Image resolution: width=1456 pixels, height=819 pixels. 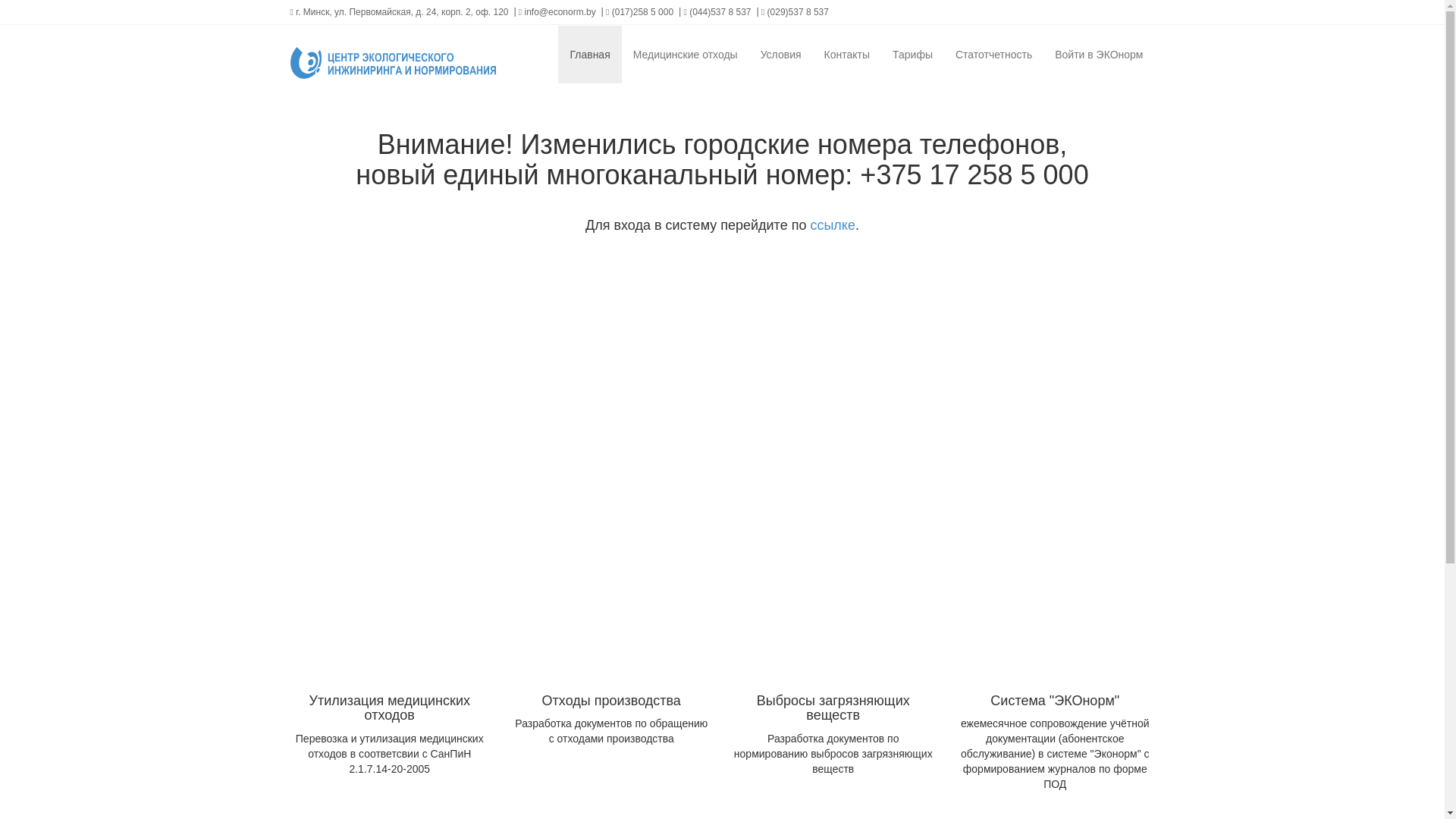 I want to click on 'info@econorm.by', so click(x=556, y=11).